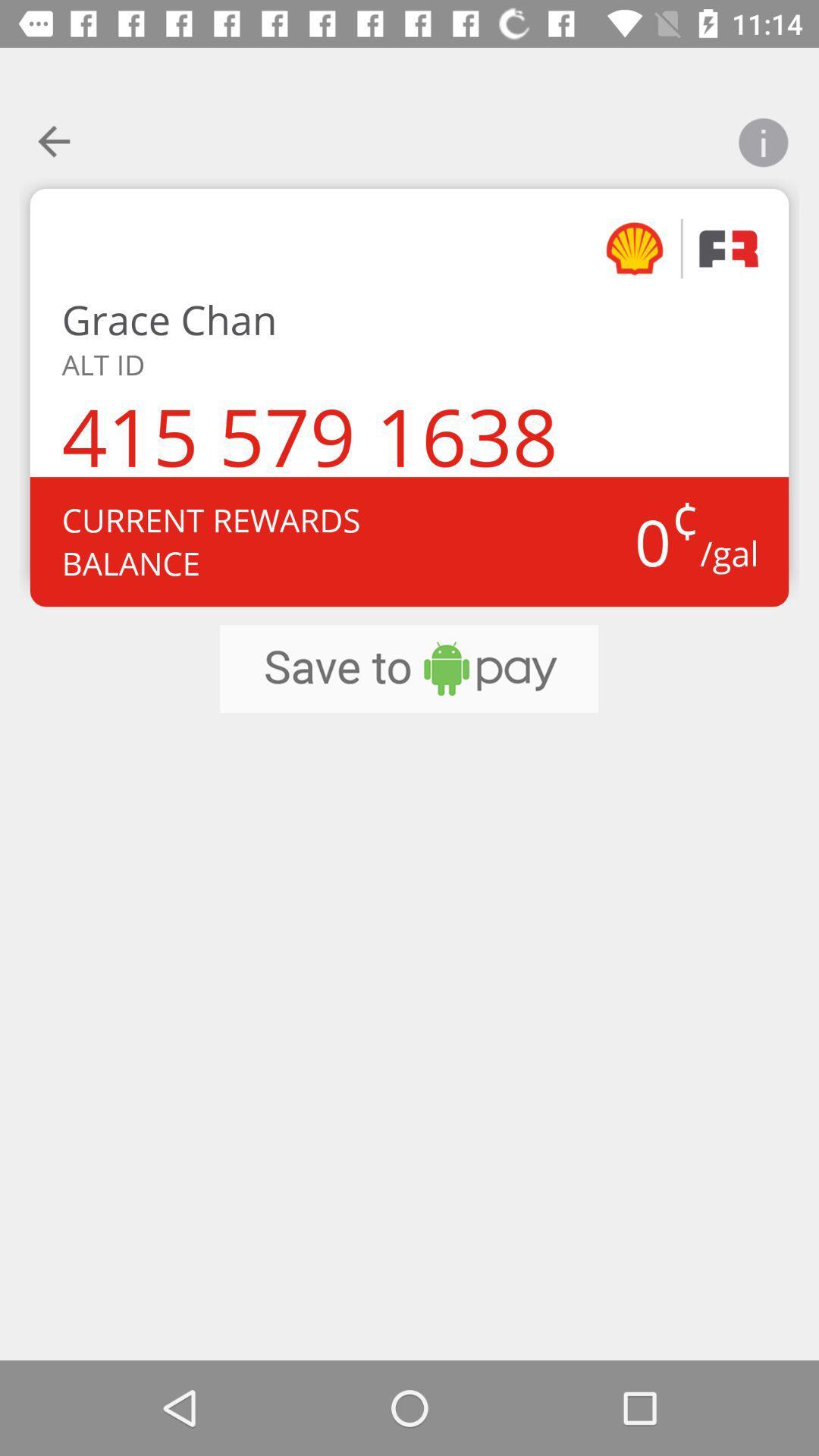  Describe the element at coordinates (763, 133) in the screenshot. I see `tooltip` at that location.